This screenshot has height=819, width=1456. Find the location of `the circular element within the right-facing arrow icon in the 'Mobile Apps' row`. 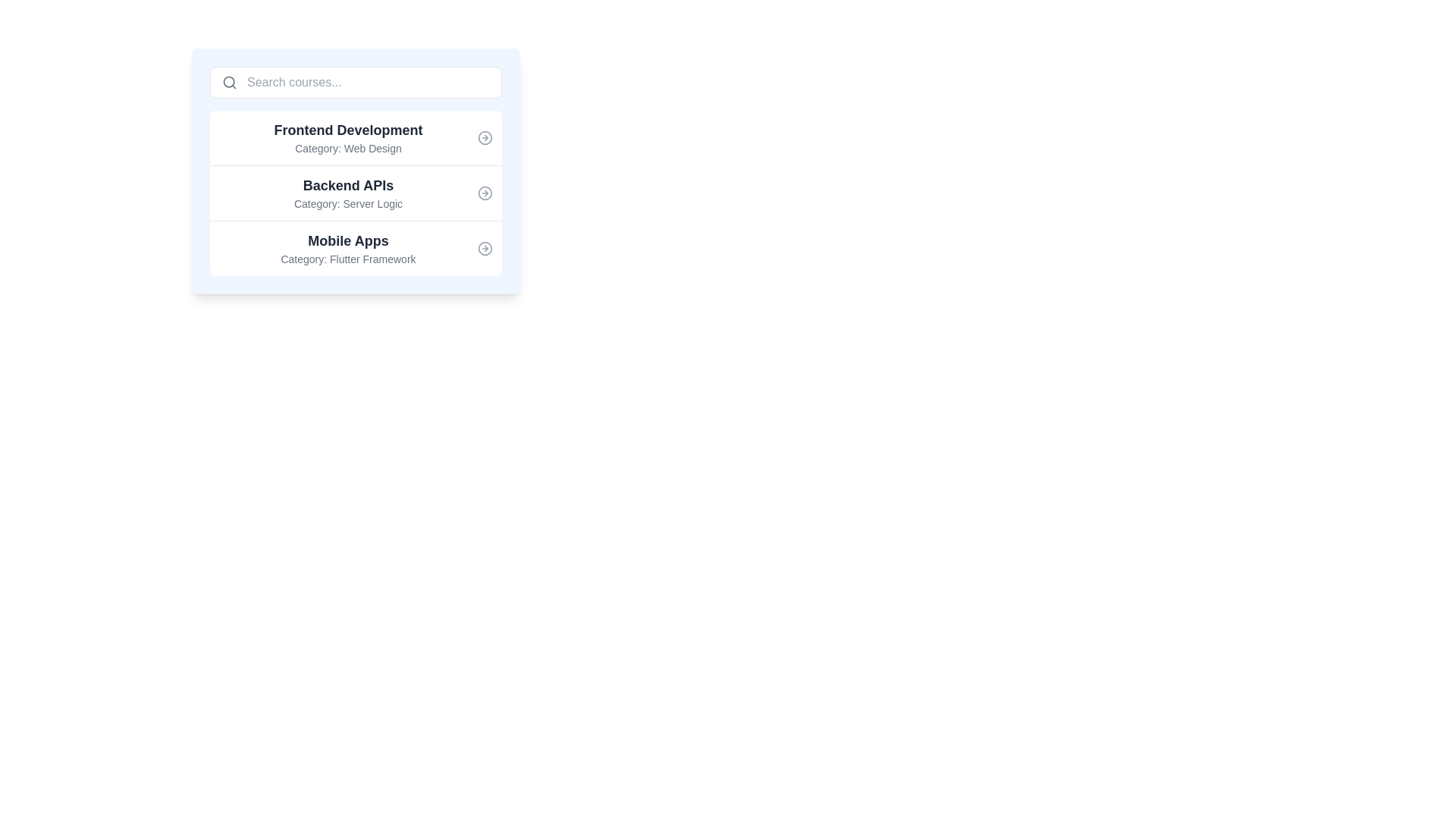

the circular element within the right-facing arrow icon in the 'Mobile Apps' row is located at coordinates (484, 247).